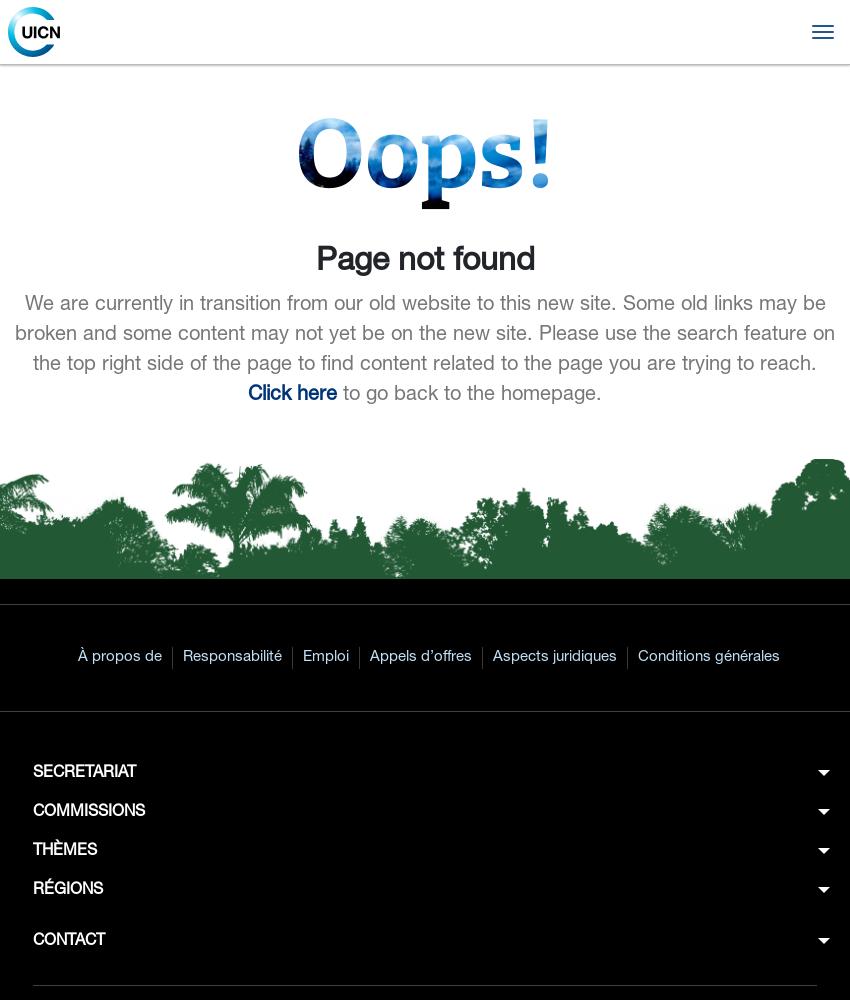 This screenshot has width=850, height=1000. What do you see at coordinates (424, 154) in the screenshot?
I see `'Oops!'` at bounding box center [424, 154].